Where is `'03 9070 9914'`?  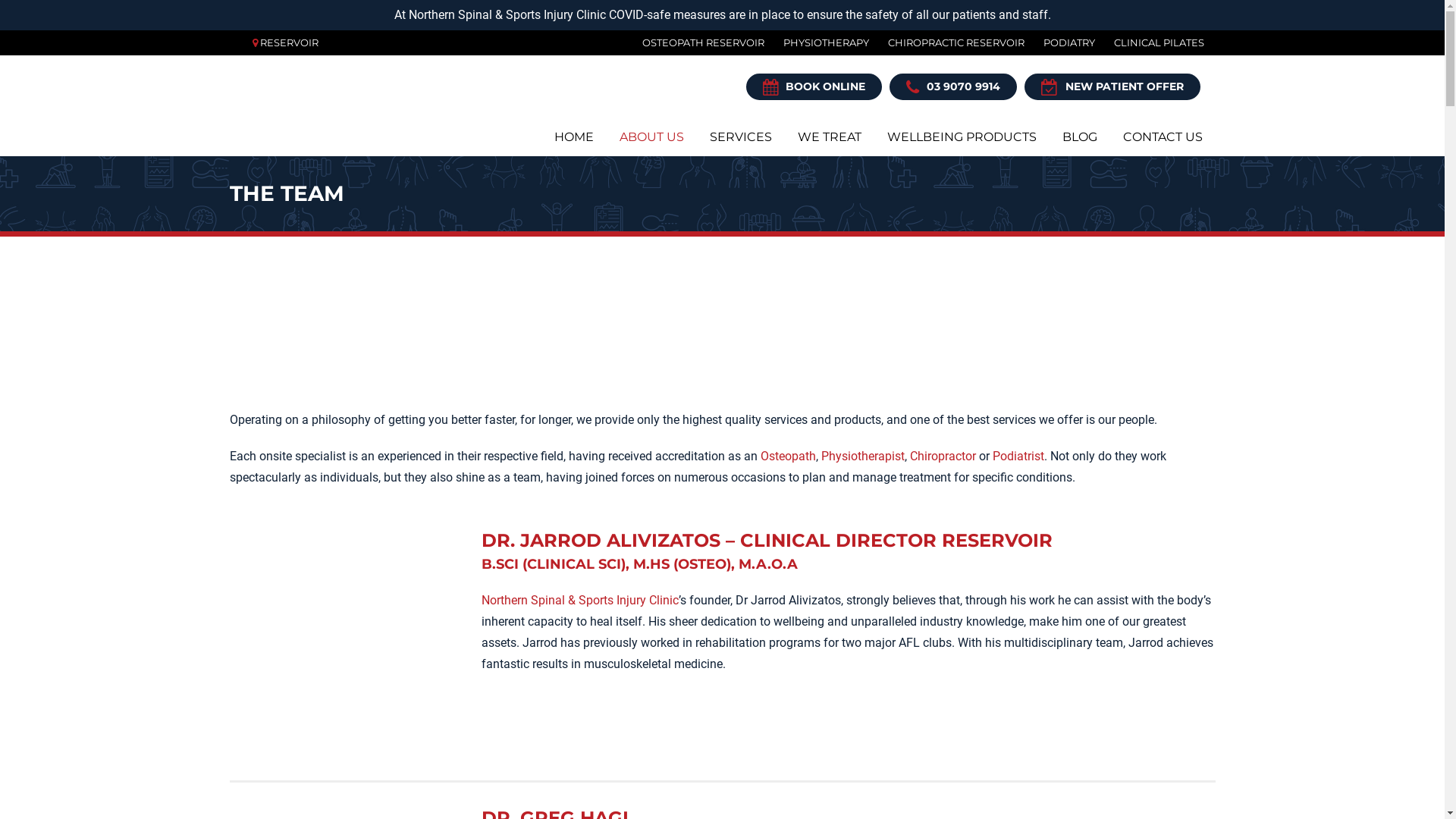
'03 9070 9914' is located at coordinates (952, 86).